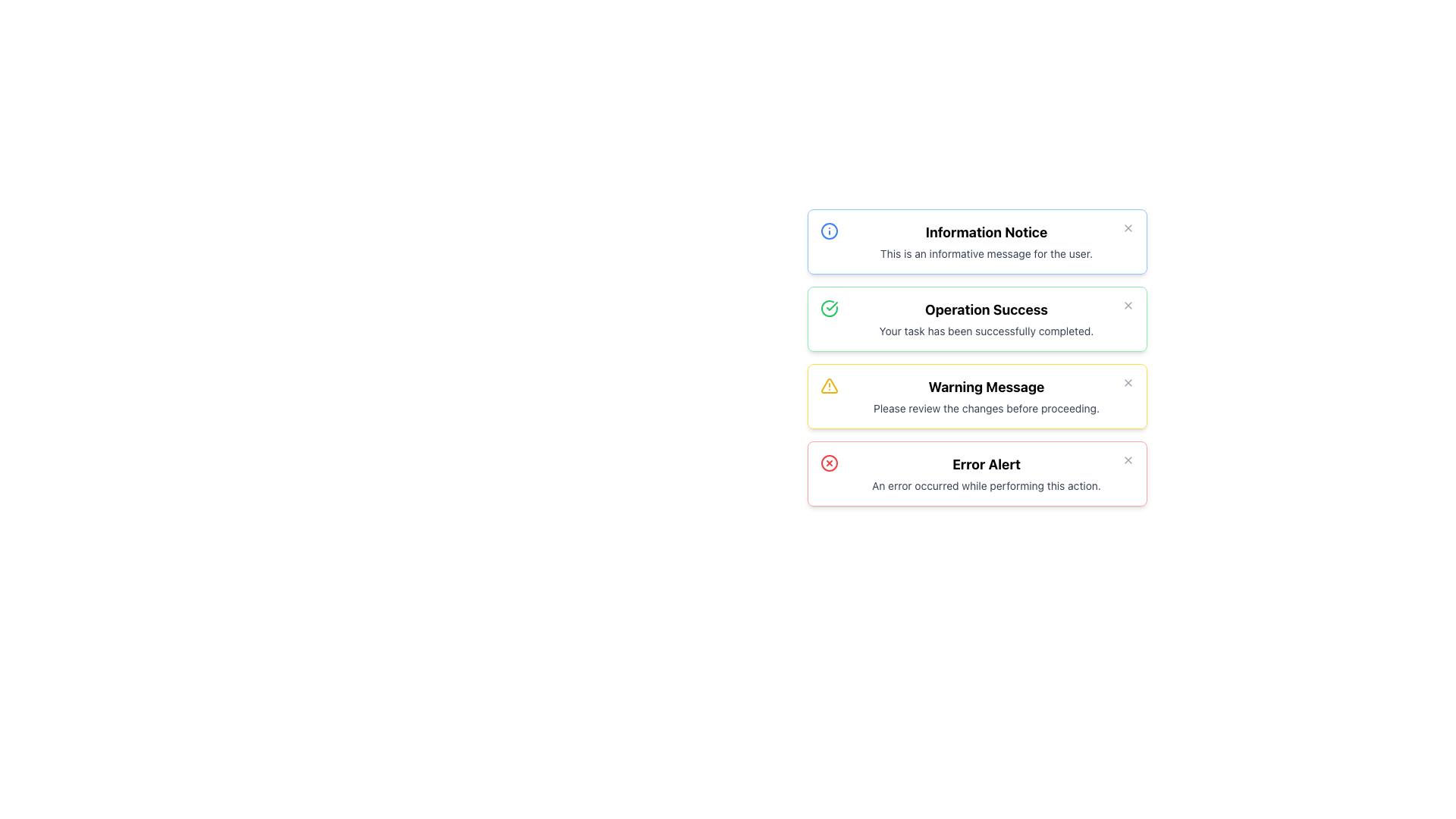  Describe the element at coordinates (986, 318) in the screenshot. I see `the confirmation message text block located in the second notification panel, positioned below the 'Information Notice' and above the 'Warning Message'` at that location.